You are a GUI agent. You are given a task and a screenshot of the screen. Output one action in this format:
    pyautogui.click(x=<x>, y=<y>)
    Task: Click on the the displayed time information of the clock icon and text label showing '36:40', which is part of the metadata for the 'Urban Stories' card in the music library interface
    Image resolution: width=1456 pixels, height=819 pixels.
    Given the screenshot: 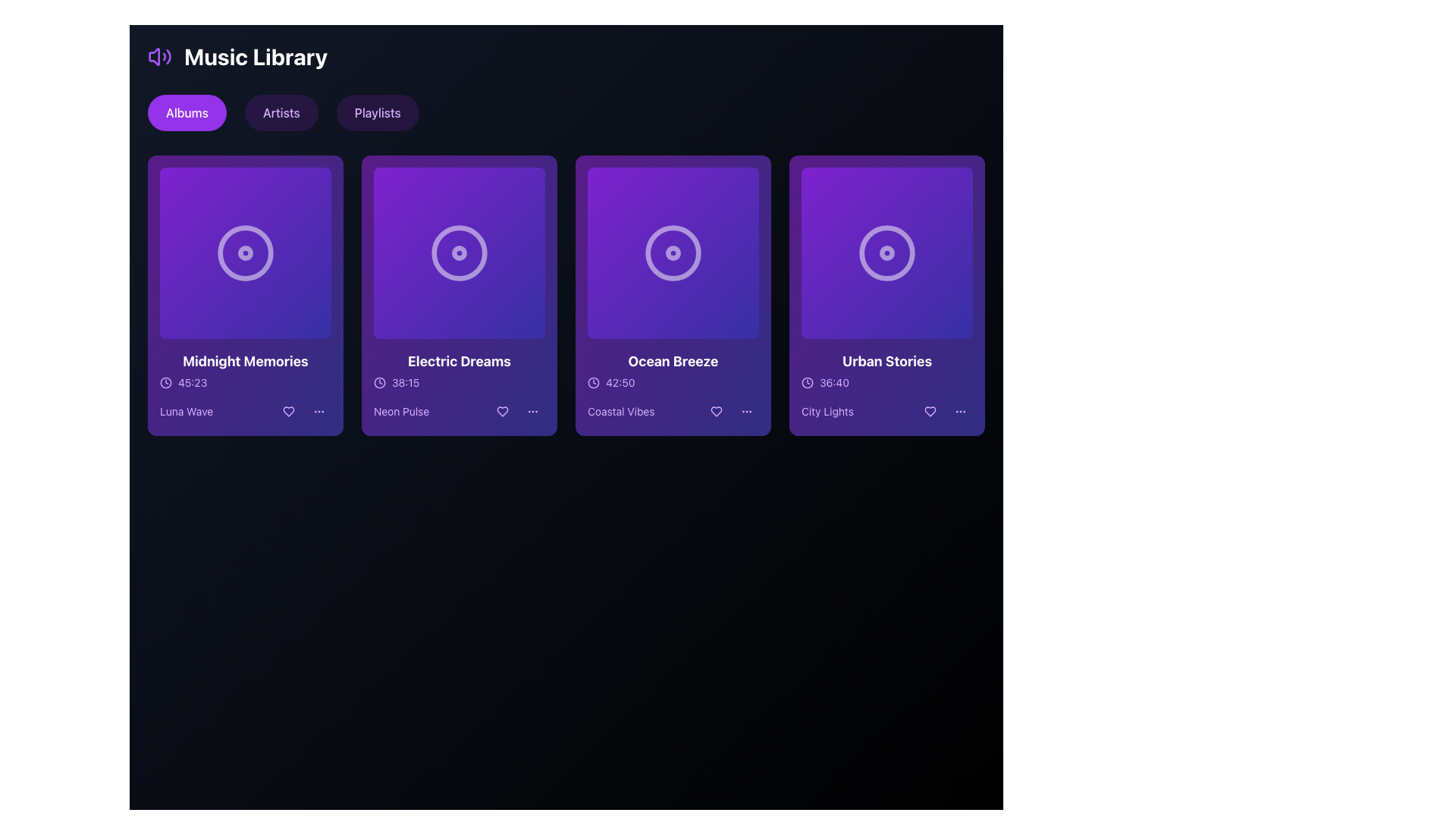 What is the action you would take?
    pyautogui.click(x=887, y=382)
    